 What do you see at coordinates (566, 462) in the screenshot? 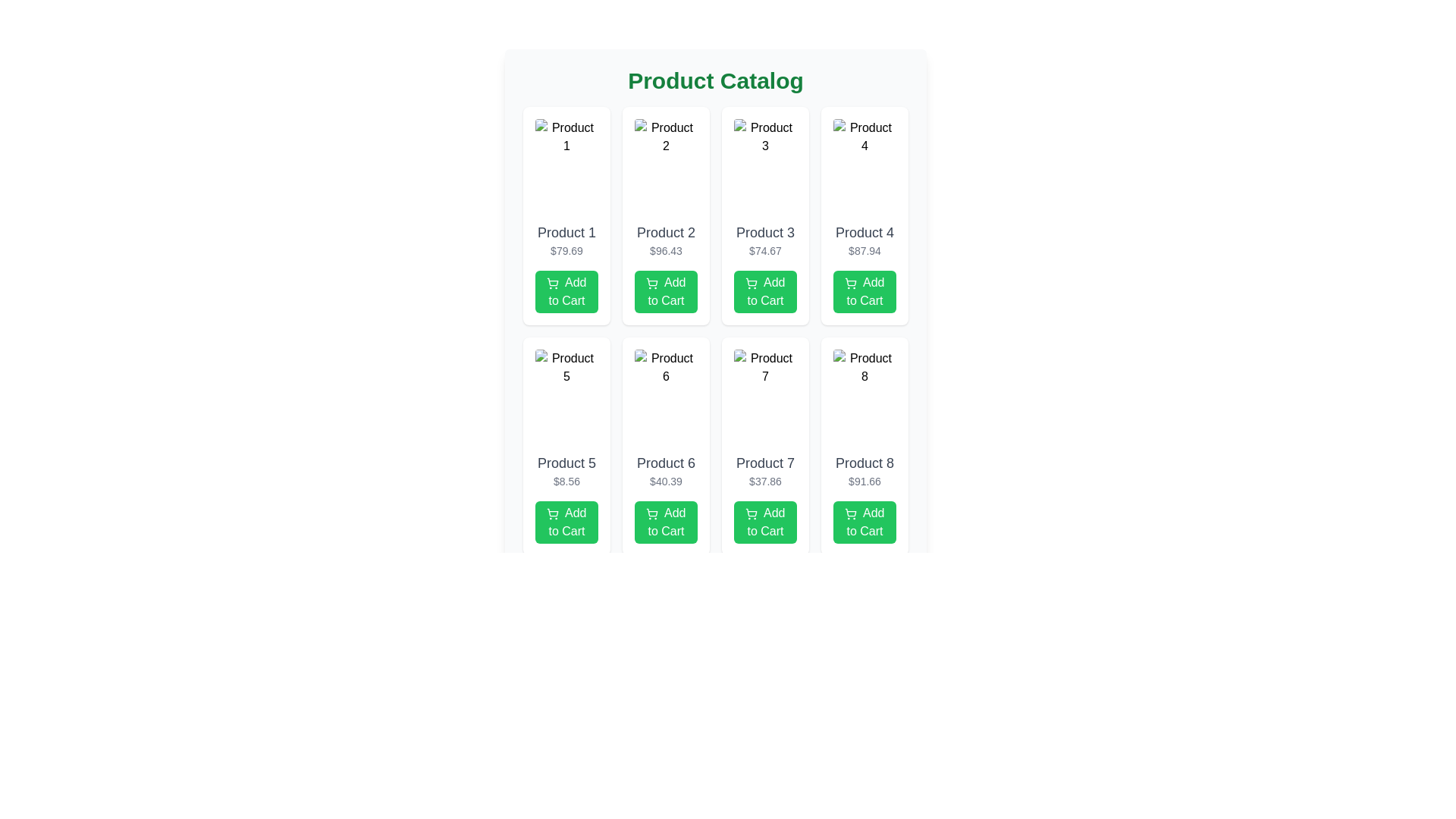
I see `the text label displaying 'Product 5', which is styled in a medium-sized, gray font and positioned within the fifth product card of a 4x2 grid layout` at bounding box center [566, 462].